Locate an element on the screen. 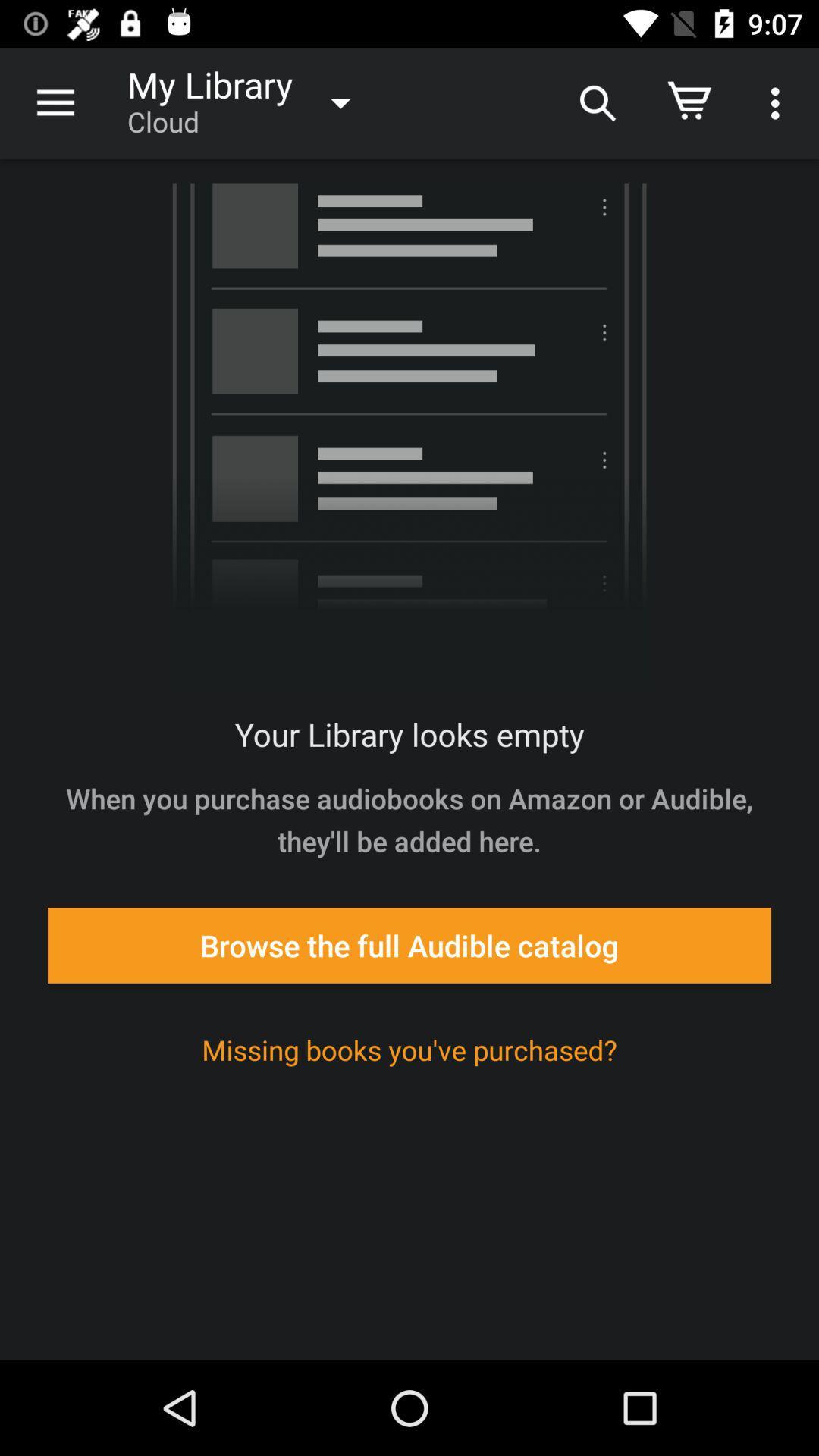 The width and height of the screenshot is (819, 1456). missing books you is located at coordinates (409, 1049).